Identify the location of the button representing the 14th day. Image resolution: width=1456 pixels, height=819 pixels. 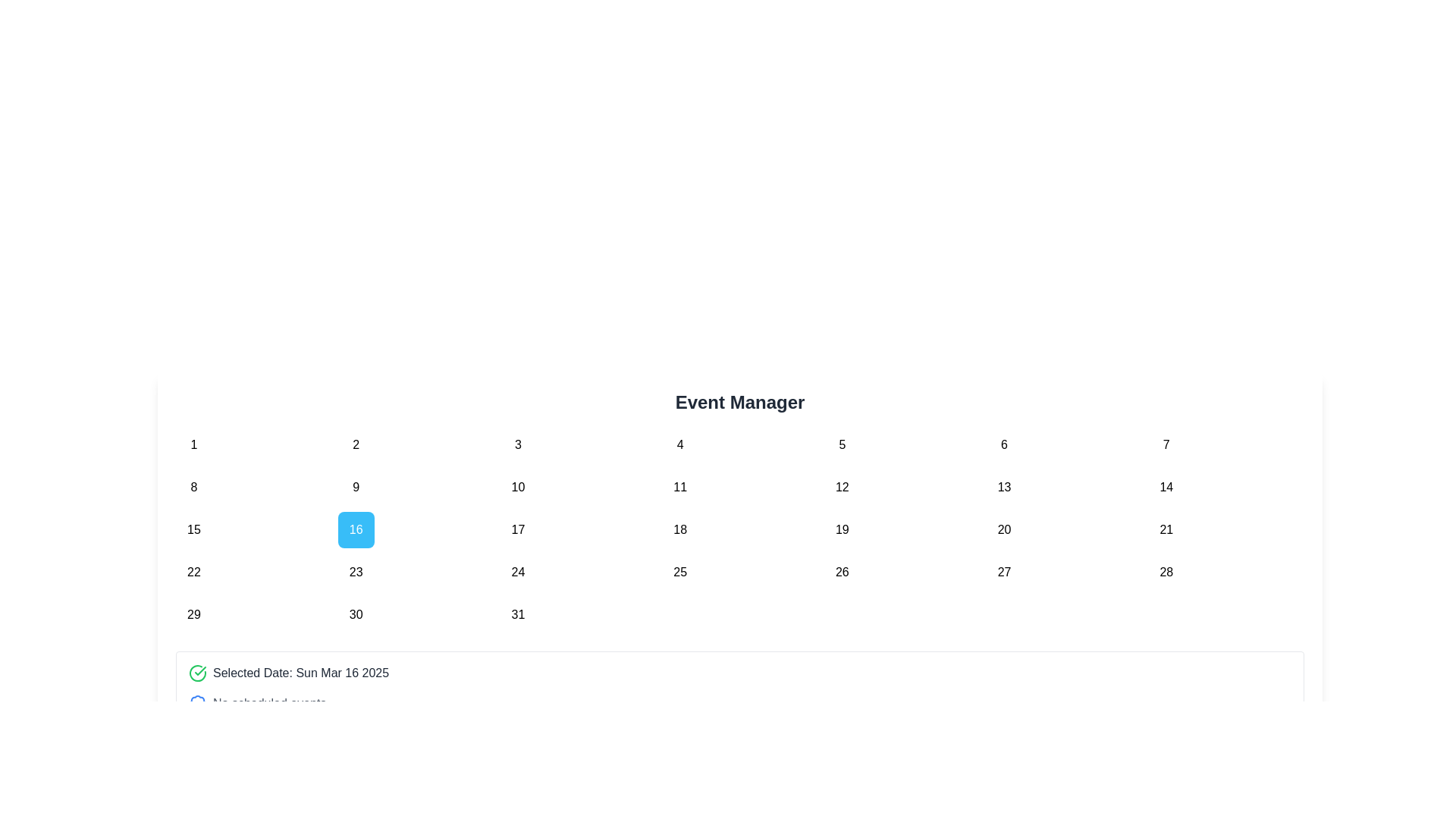
(1165, 488).